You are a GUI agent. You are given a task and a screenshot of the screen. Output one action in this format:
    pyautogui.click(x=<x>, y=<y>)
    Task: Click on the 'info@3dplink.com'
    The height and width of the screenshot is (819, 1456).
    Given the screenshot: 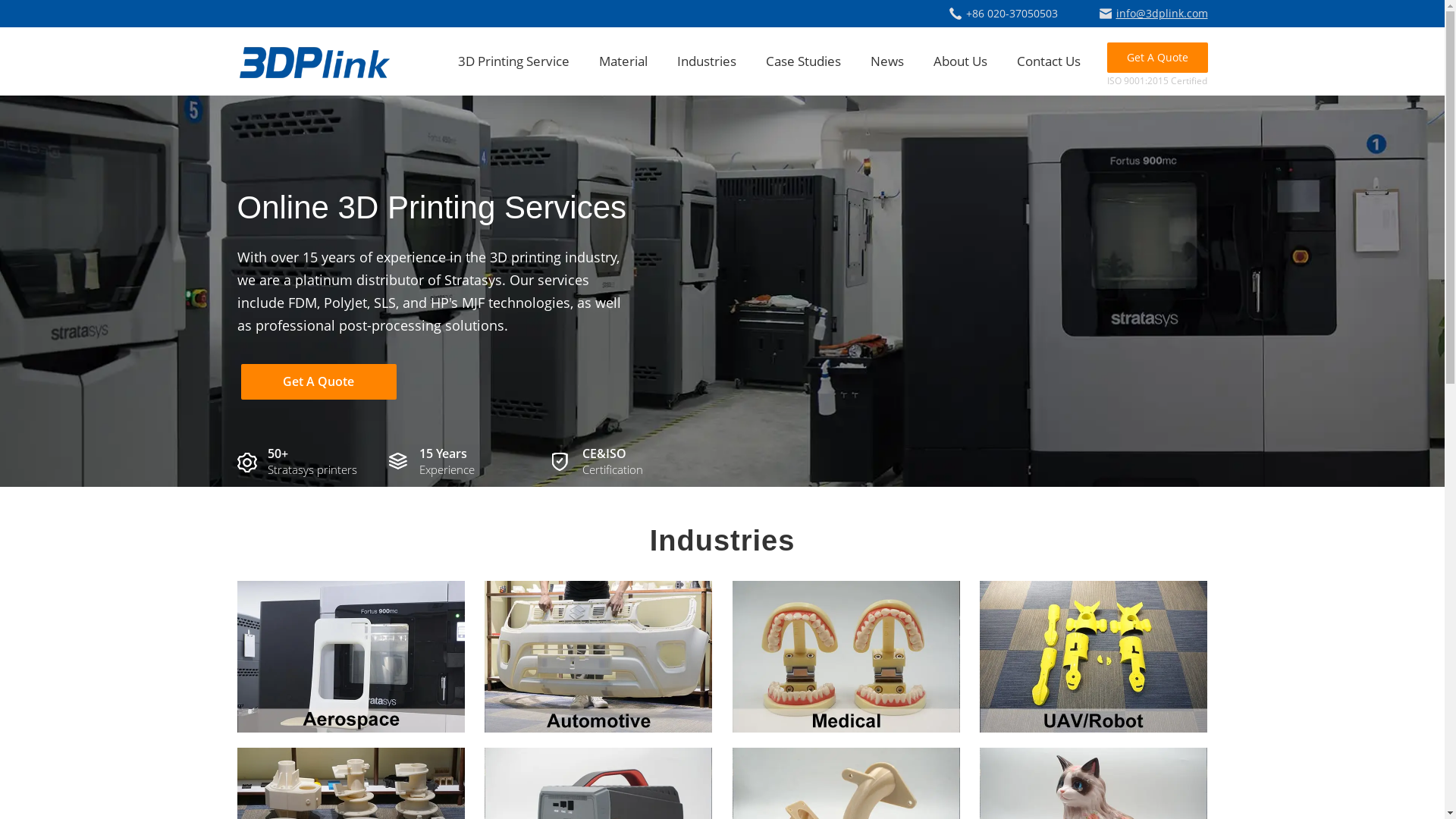 What is the action you would take?
    pyautogui.click(x=1153, y=13)
    